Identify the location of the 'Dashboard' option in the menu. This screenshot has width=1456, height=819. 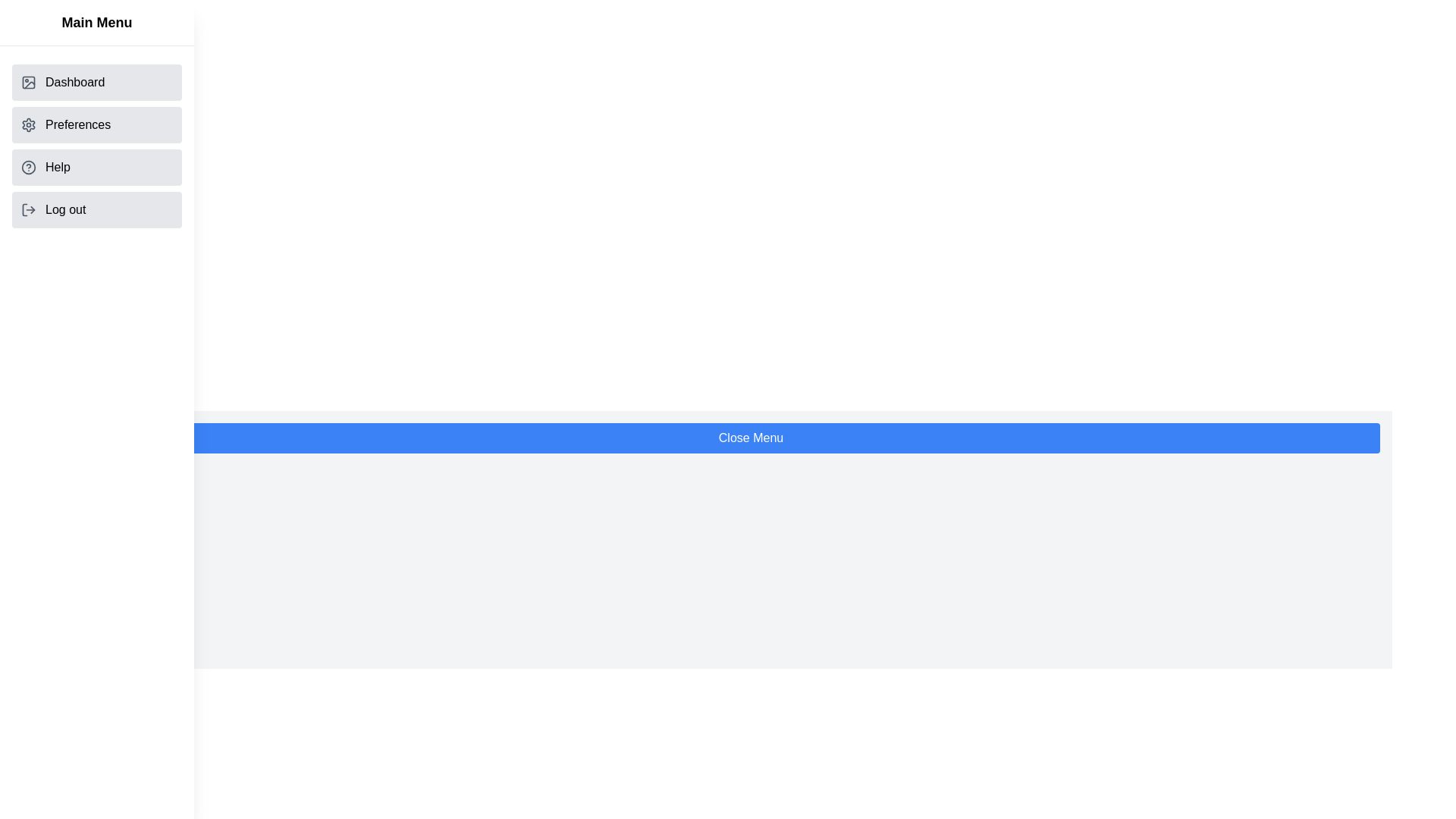
(96, 82).